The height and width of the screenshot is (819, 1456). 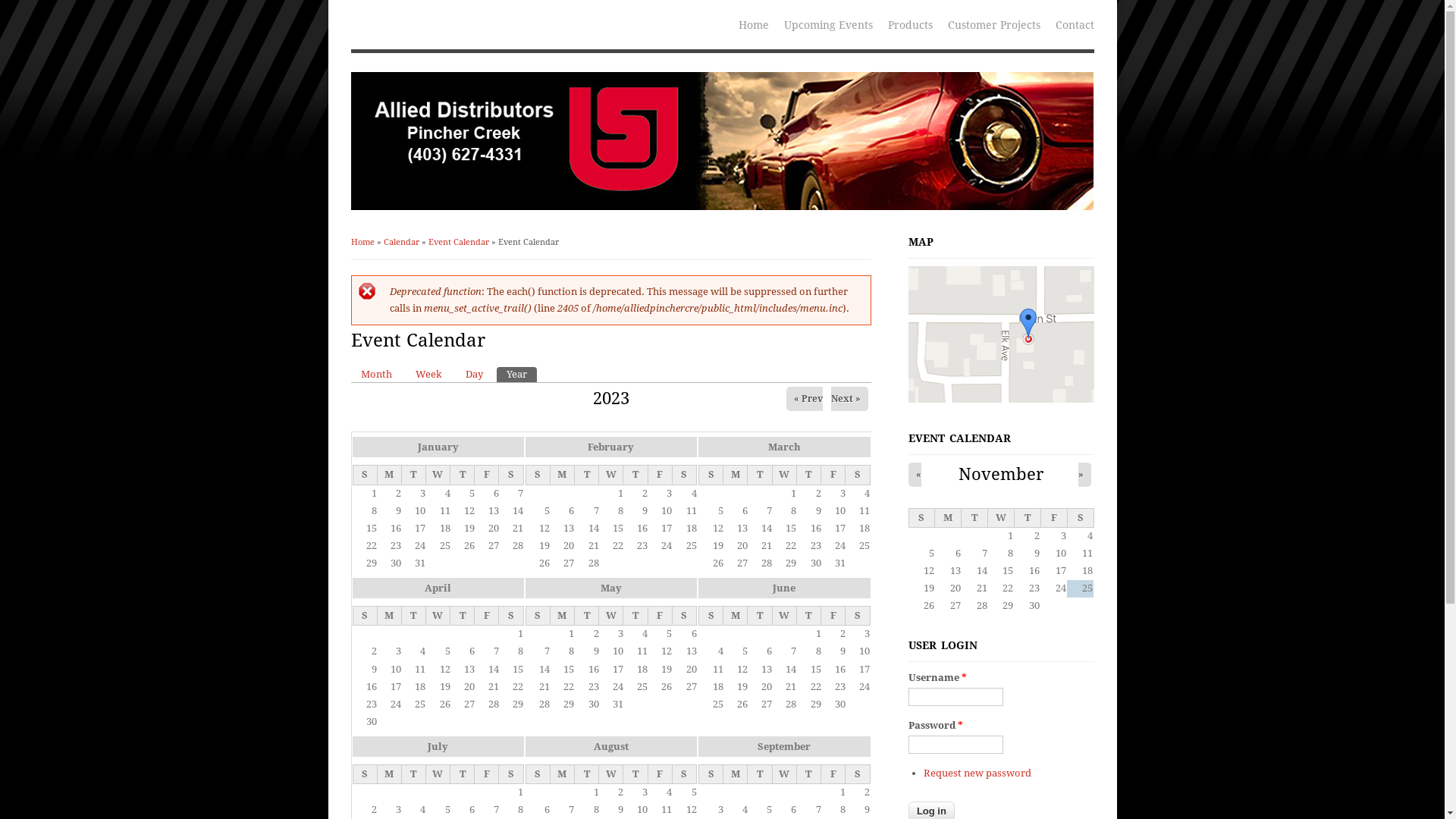 I want to click on 'Contact', so click(x=1074, y=24).